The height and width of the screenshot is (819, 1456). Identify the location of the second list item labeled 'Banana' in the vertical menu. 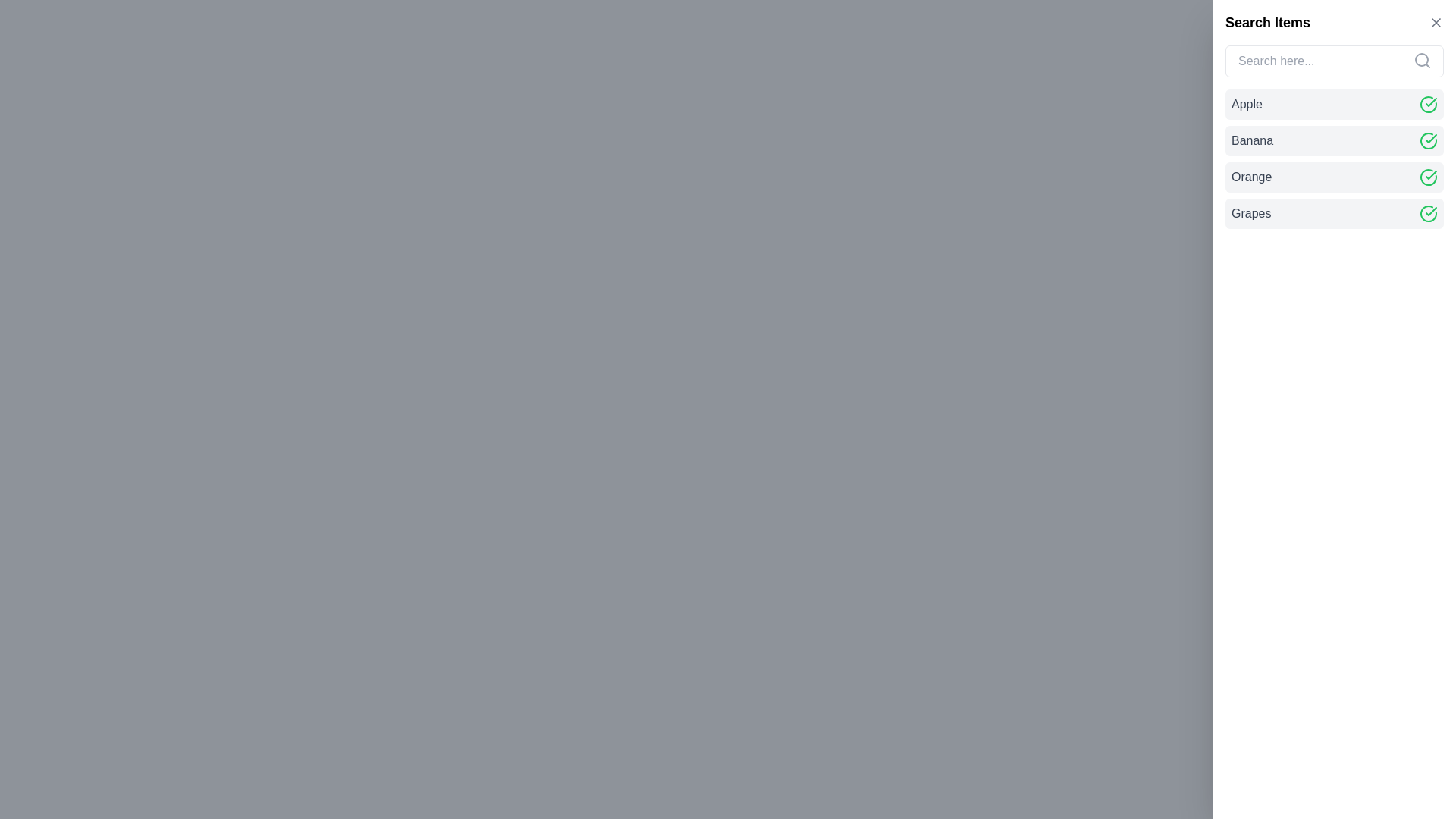
(1335, 158).